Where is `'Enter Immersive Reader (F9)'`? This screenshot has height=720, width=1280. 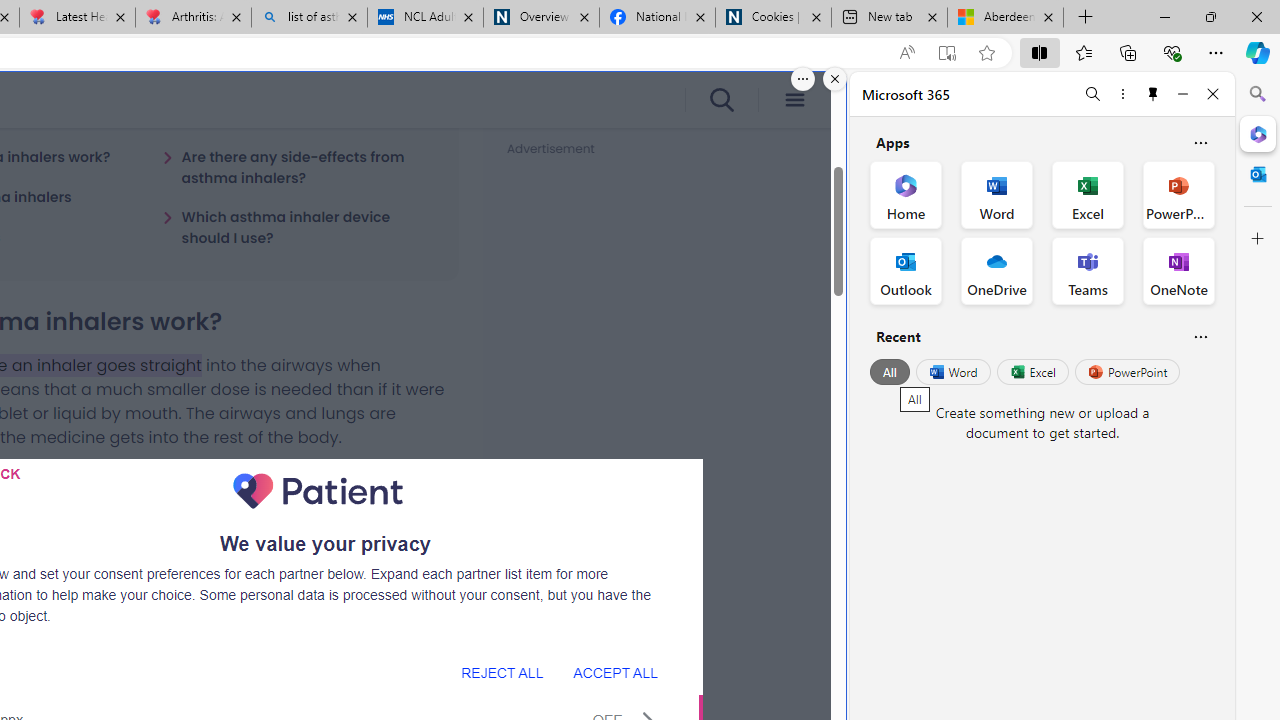
'Enter Immersive Reader (F9)' is located at coordinates (945, 52).